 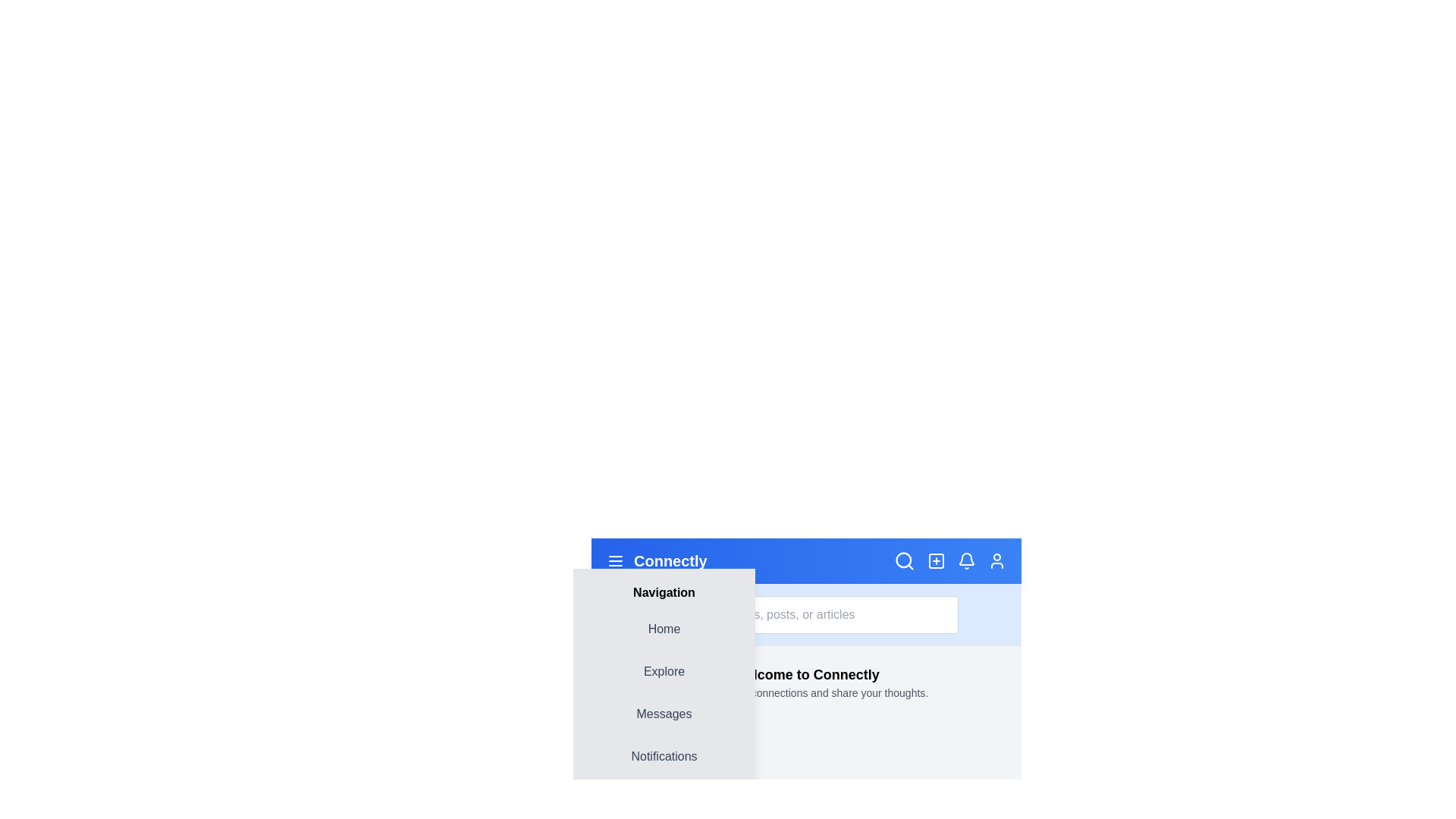 I want to click on the 'Add' button represented by the PlusSquare icon, so click(x=935, y=561).